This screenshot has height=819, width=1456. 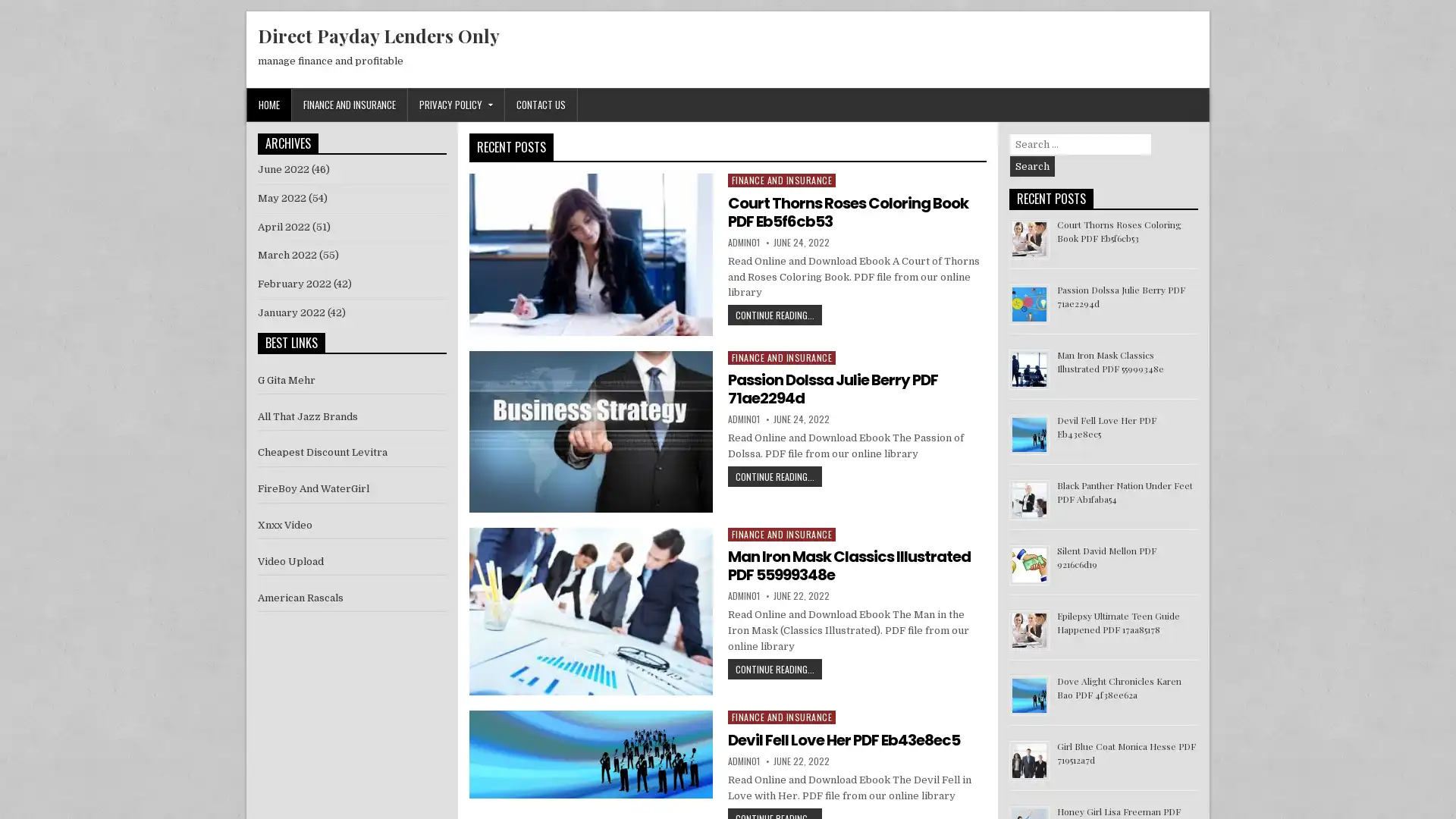 I want to click on Search, so click(x=1031, y=166).